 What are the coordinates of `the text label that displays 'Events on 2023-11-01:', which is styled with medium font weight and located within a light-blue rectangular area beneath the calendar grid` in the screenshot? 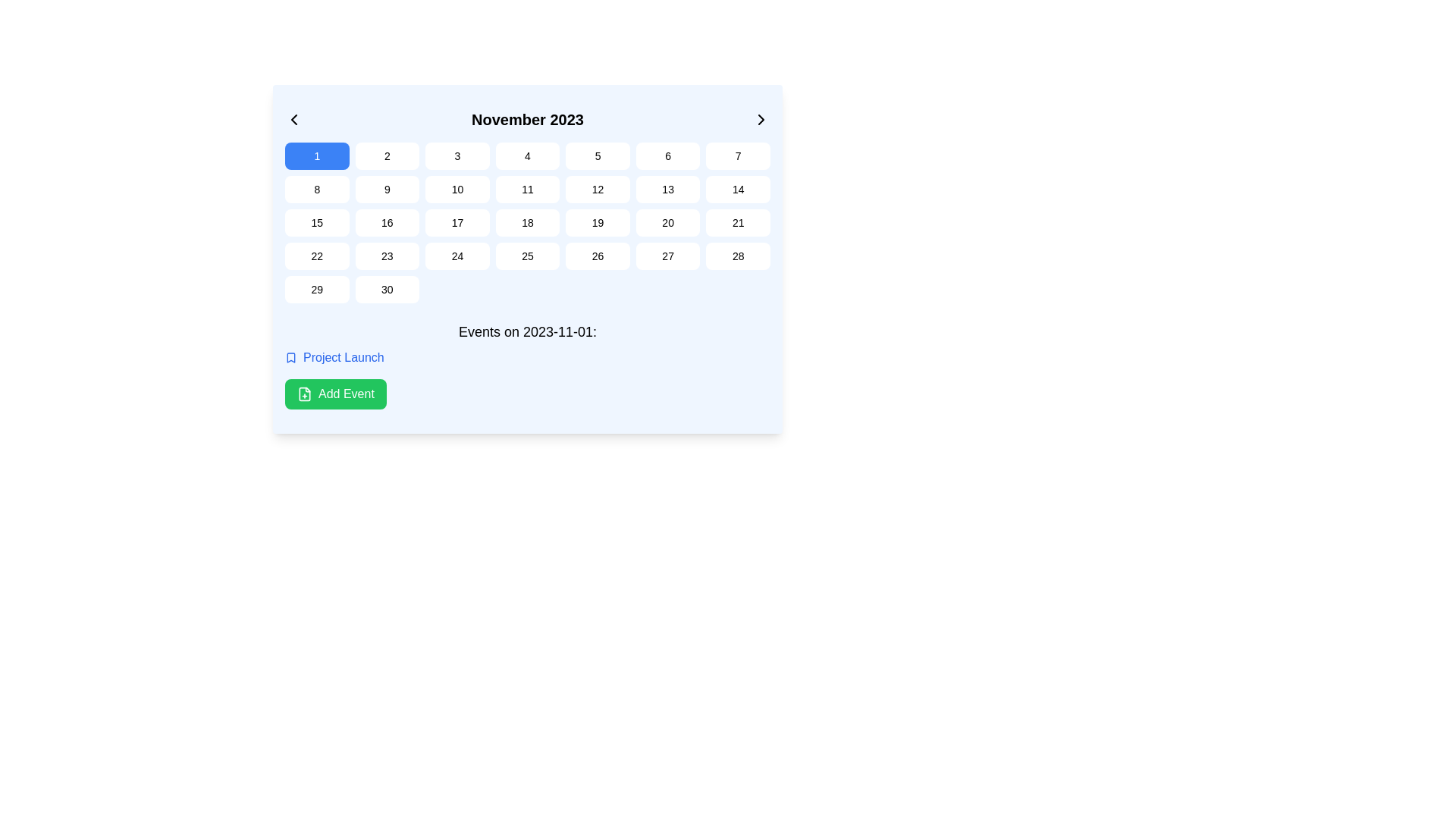 It's located at (528, 331).